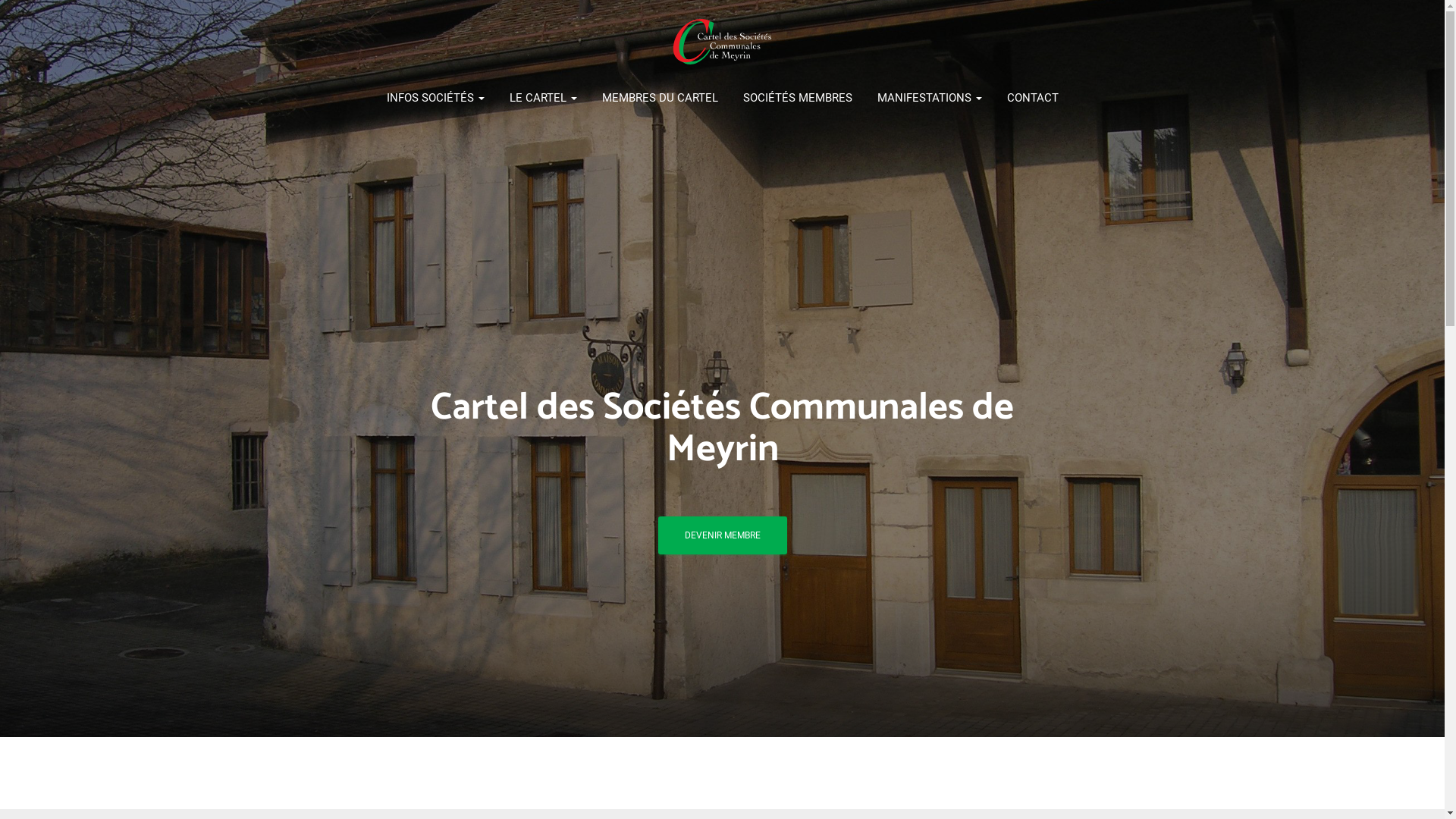 This screenshot has width=1456, height=819. I want to click on 'CONTACT', so click(1031, 97).